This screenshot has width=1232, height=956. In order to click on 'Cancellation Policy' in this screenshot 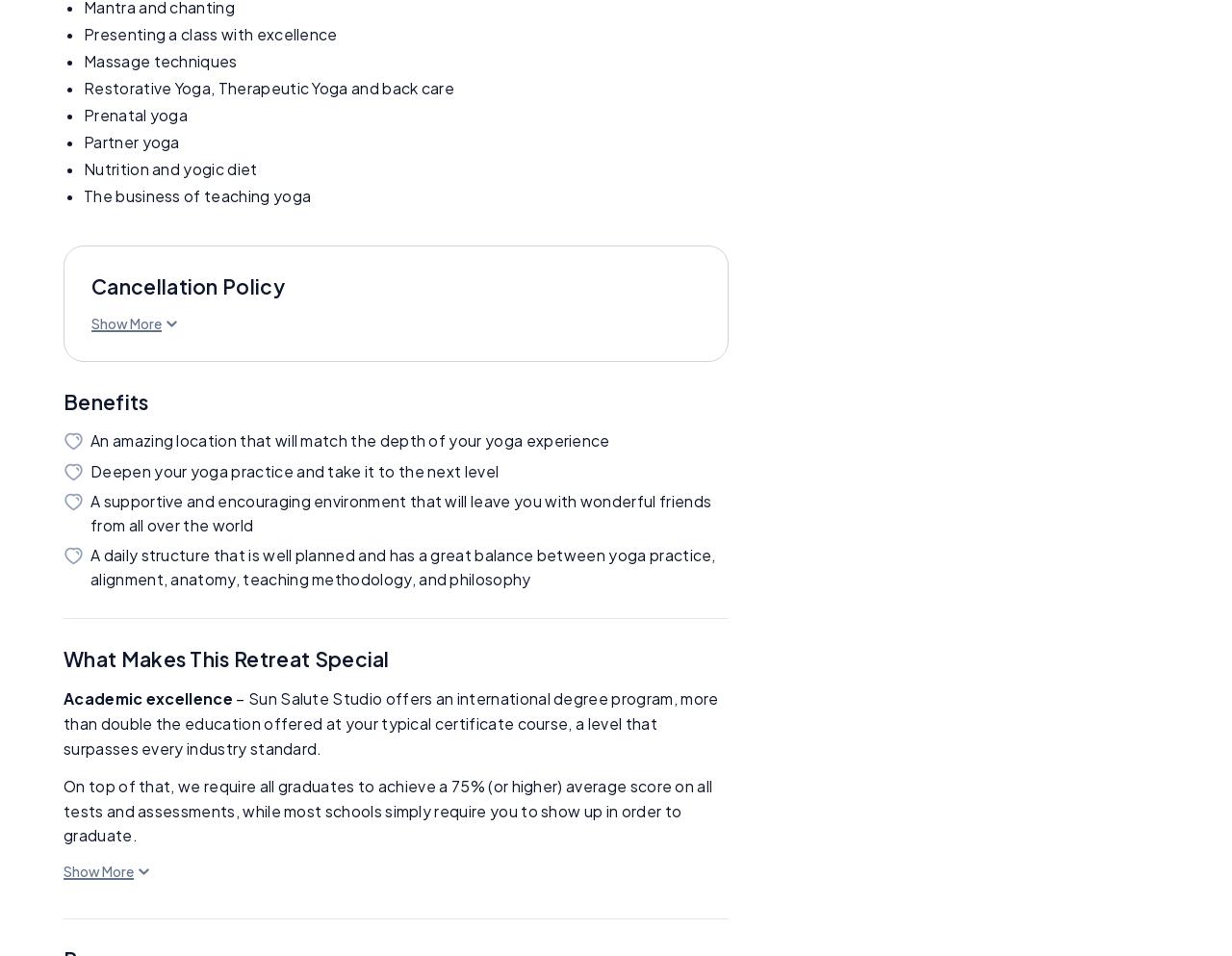, I will do `click(188, 286)`.